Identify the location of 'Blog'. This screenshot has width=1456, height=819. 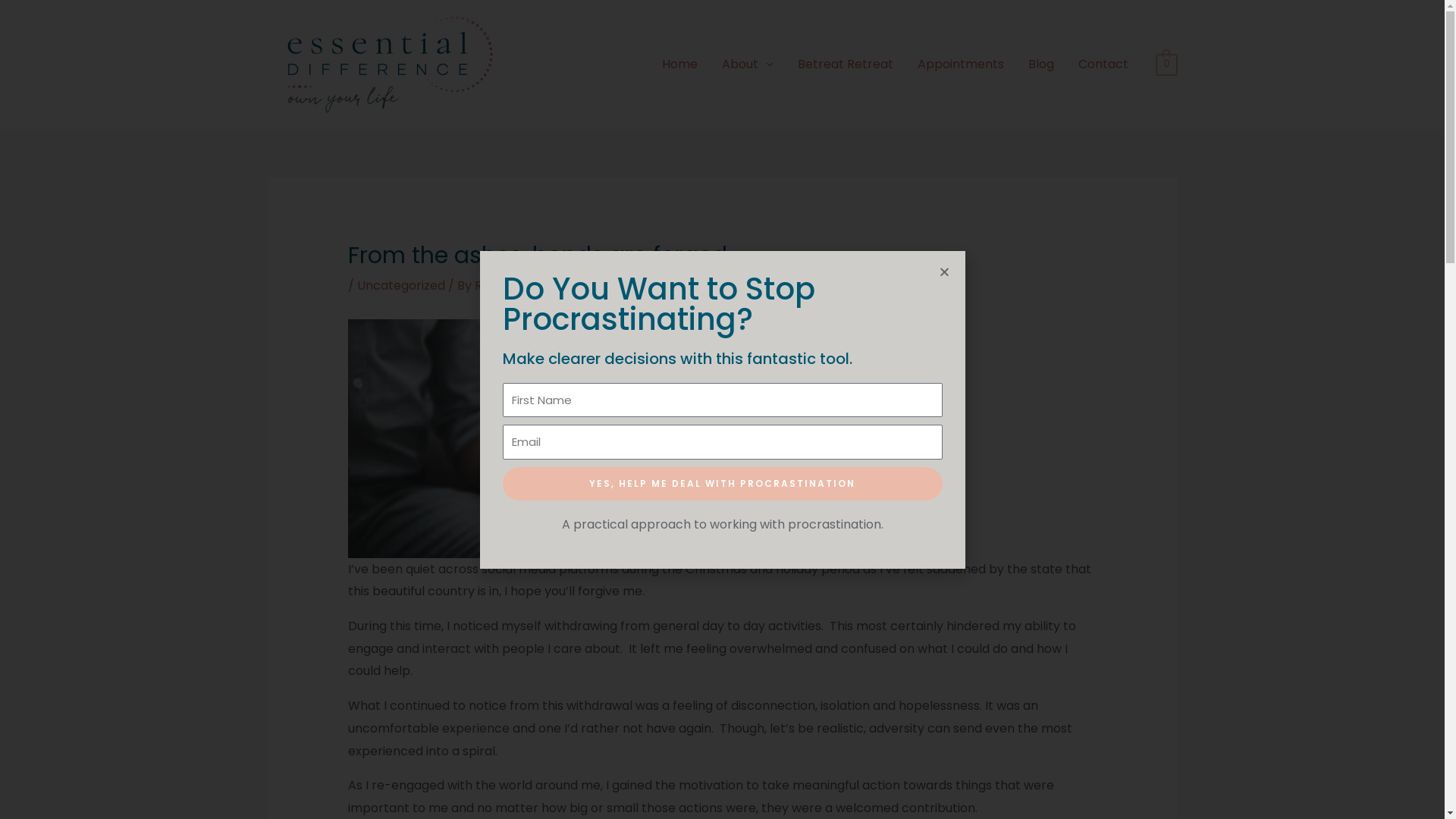
(1040, 63).